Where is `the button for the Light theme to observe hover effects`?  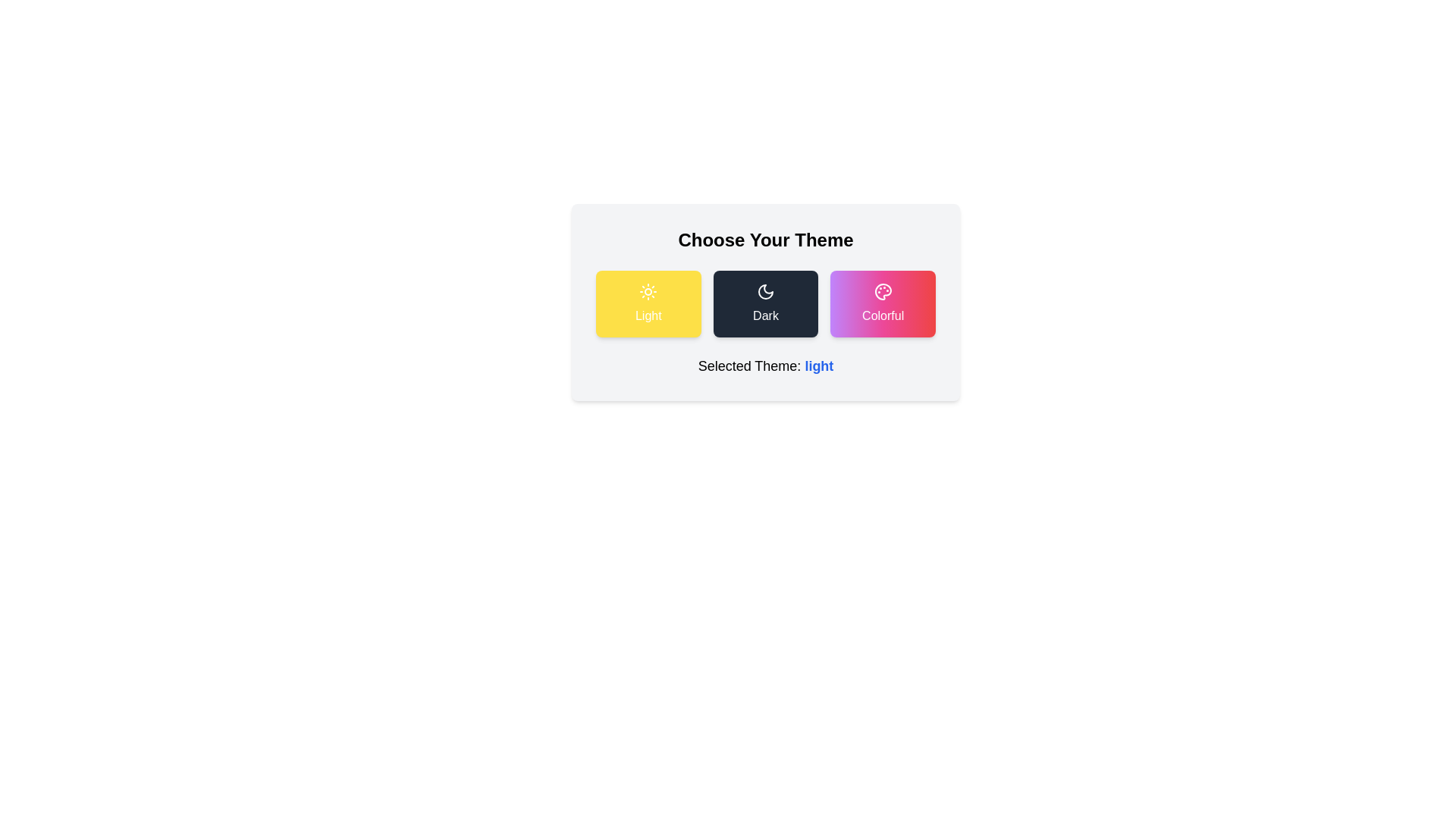 the button for the Light theme to observe hover effects is located at coordinates (648, 304).